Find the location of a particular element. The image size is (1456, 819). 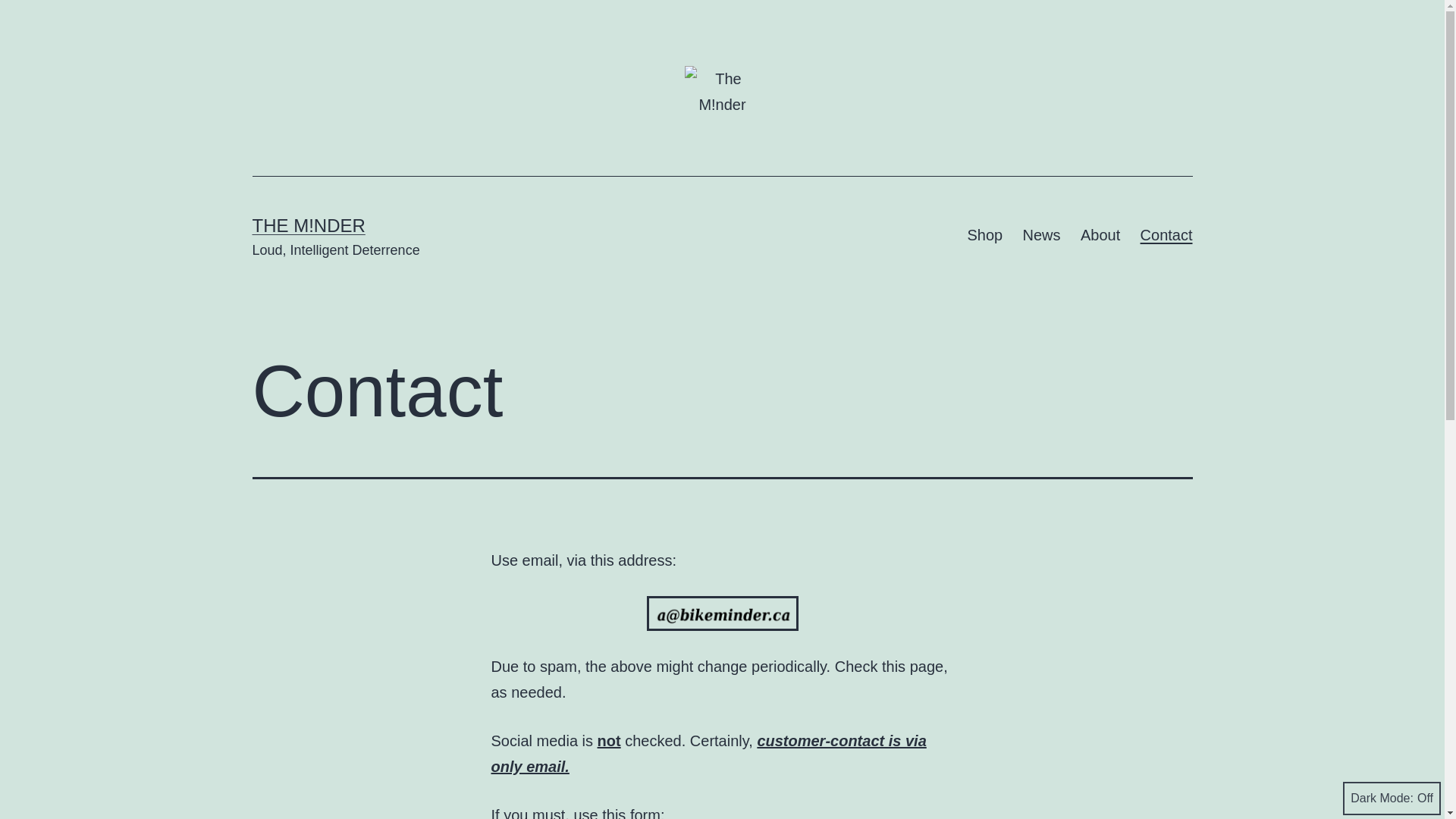

'Contact' is located at coordinates (1129, 235).